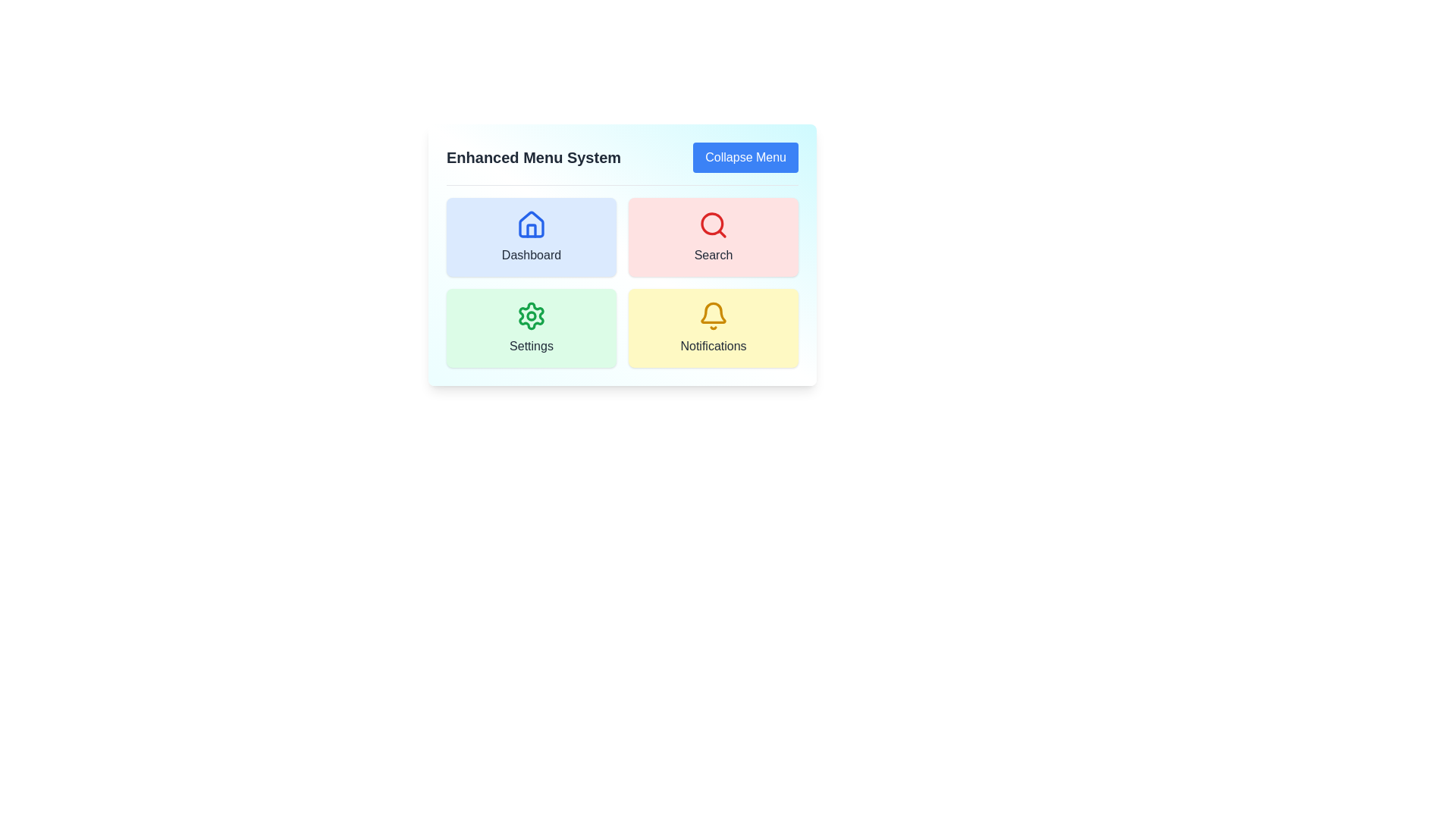  Describe the element at coordinates (711, 224) in the screenshot. I see `the small circular graphic located within the magnifying glass icon of the 'Search' button in the top-right corner of the interface` at that location.